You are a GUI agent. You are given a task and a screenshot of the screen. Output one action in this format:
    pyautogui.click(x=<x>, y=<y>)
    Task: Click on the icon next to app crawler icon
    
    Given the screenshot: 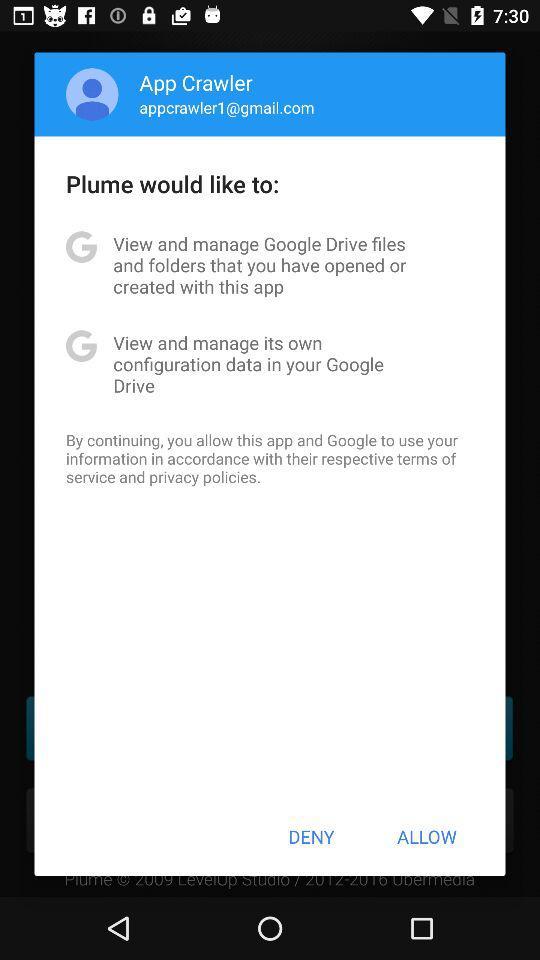 What is the action you would take?
    pyautogui.click(x=91, y=94)
    